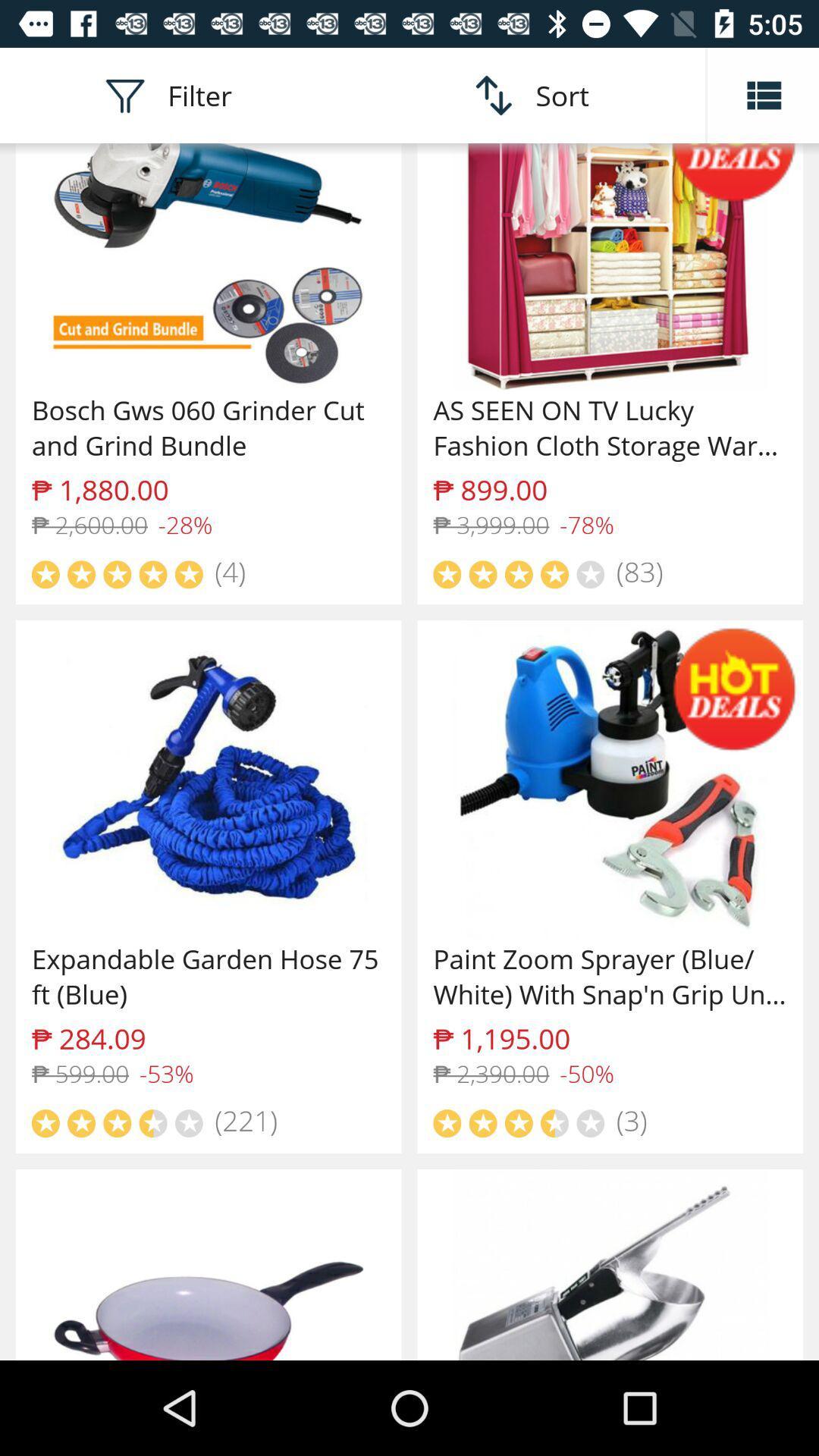 This screenshot has height=1456, width=819. I want to click on open a menu, so click(763, 94).